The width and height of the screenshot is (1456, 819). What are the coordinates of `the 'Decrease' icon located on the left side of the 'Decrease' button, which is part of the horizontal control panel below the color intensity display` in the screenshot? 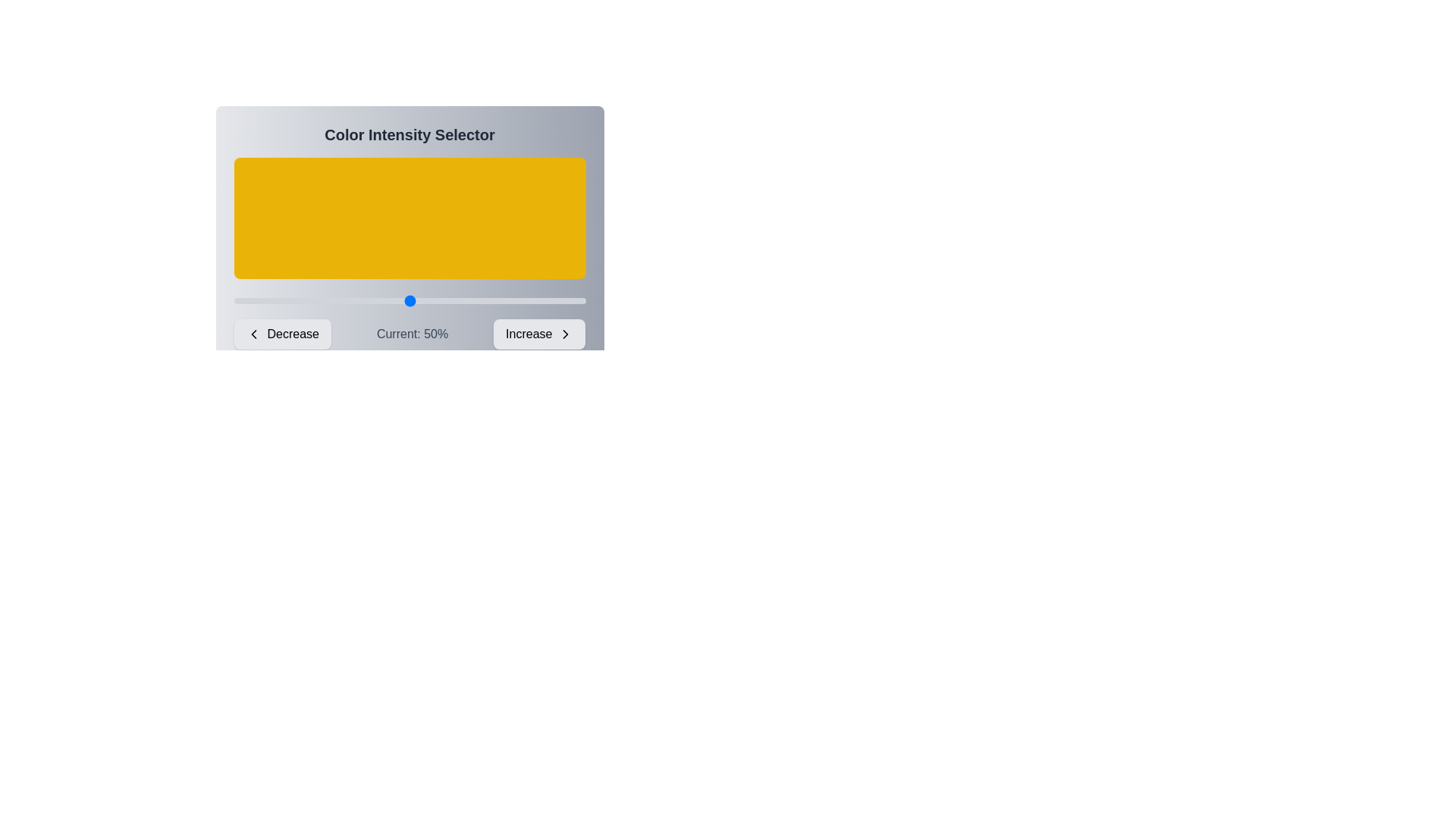 It's located at (253, 333).